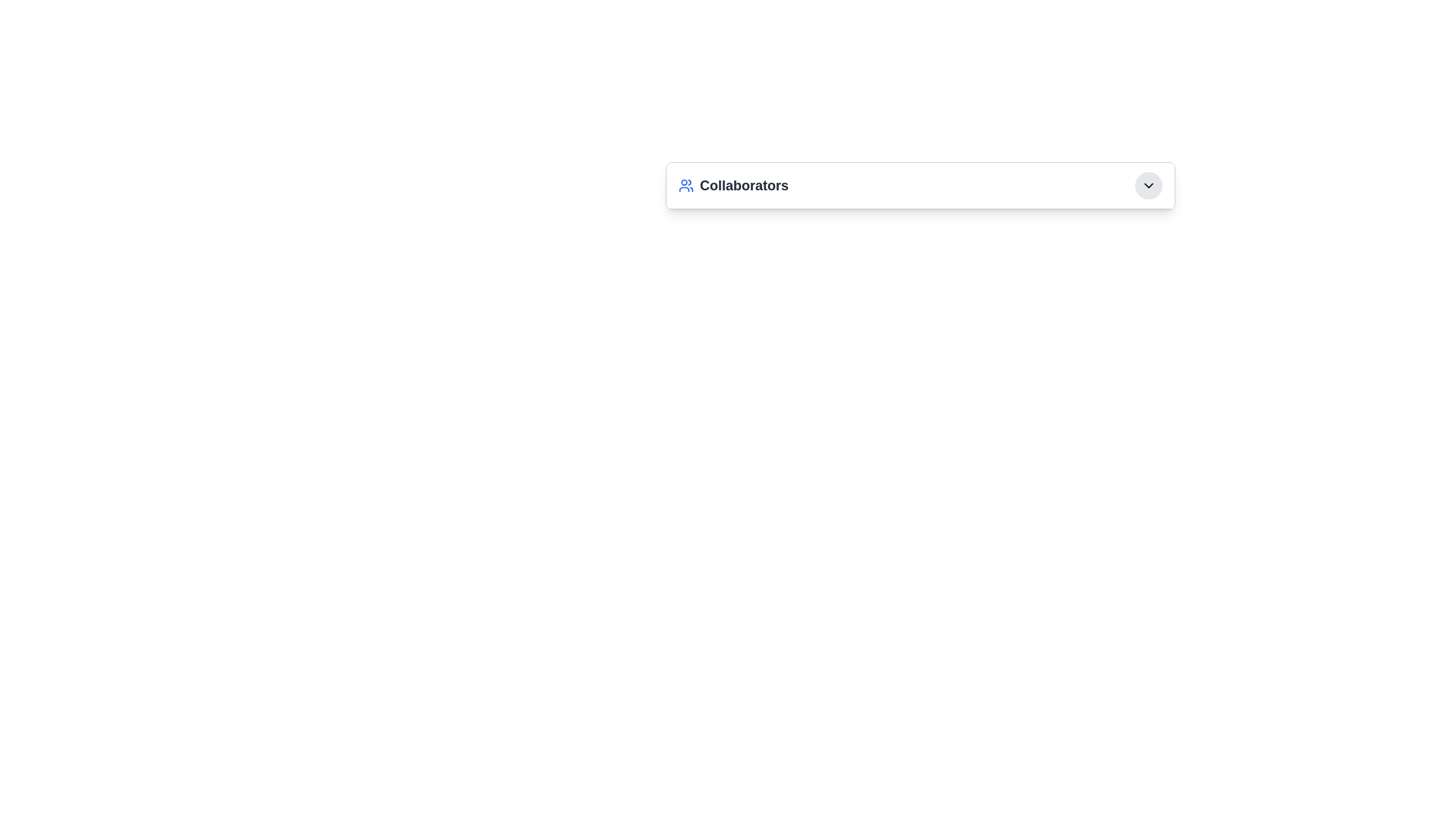 The height and width of the screenshot is (819, 1456). What do you see at coordinates (733, 185) in the screenshot?
I see `the text label indicating collaborators or team members, located on the left side of the horizontal bar, next to a dropdown button` at bounding box center [733, 185].